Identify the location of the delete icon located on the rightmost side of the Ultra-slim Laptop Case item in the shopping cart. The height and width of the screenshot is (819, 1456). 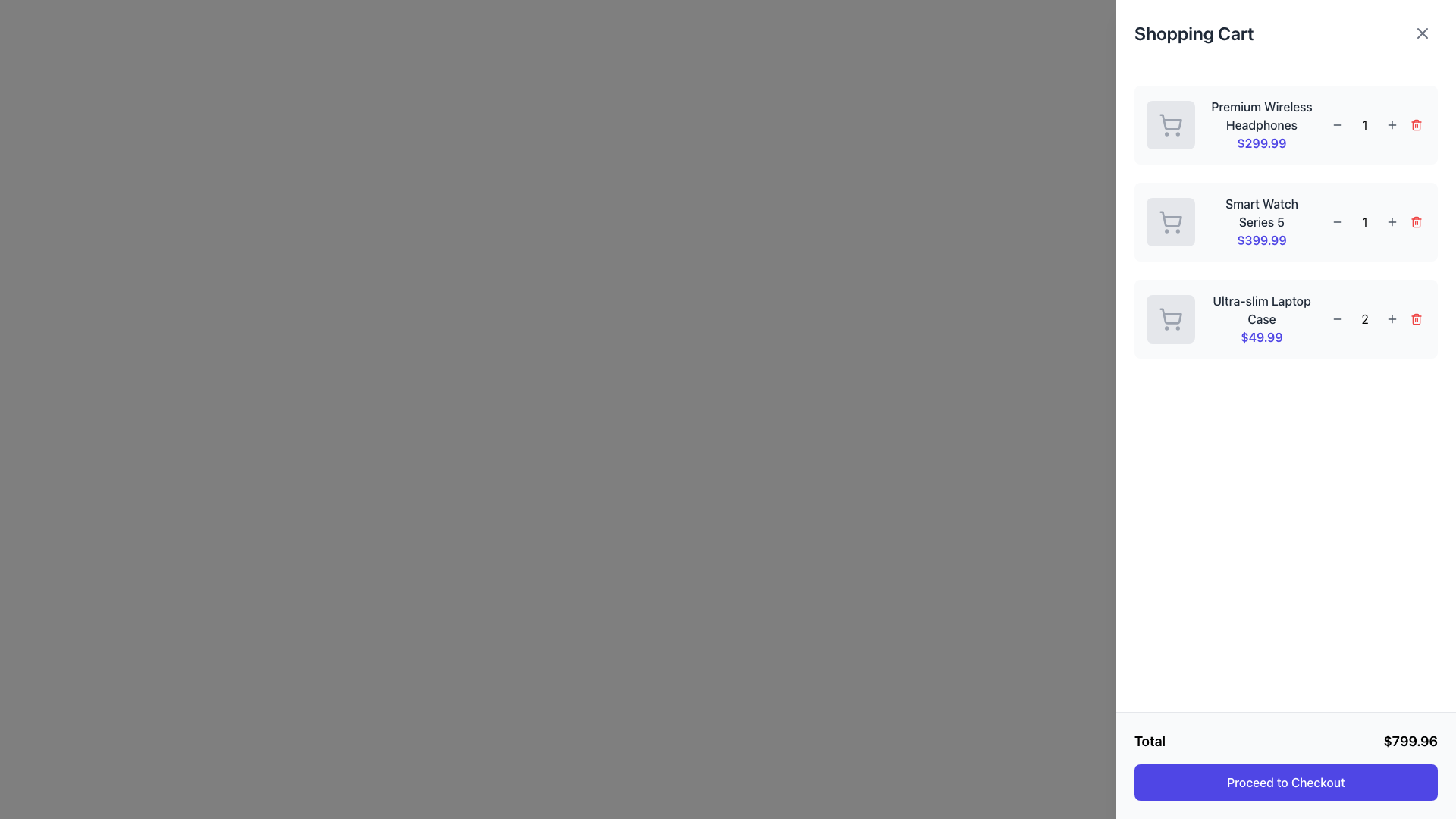
(1415, 318).